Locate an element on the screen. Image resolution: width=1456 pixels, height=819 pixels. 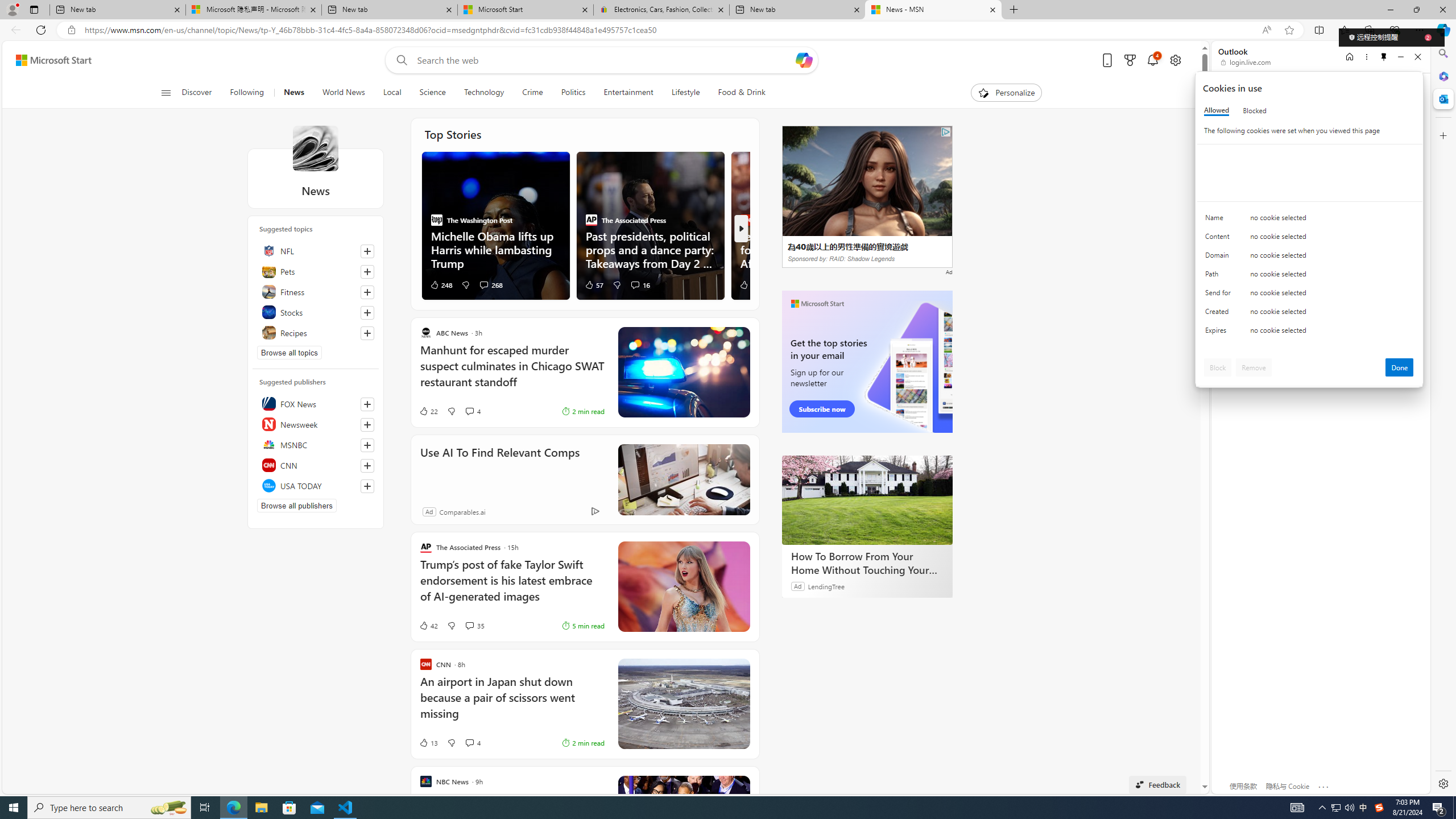
'Remove' is located at coordinates (1254, 367).